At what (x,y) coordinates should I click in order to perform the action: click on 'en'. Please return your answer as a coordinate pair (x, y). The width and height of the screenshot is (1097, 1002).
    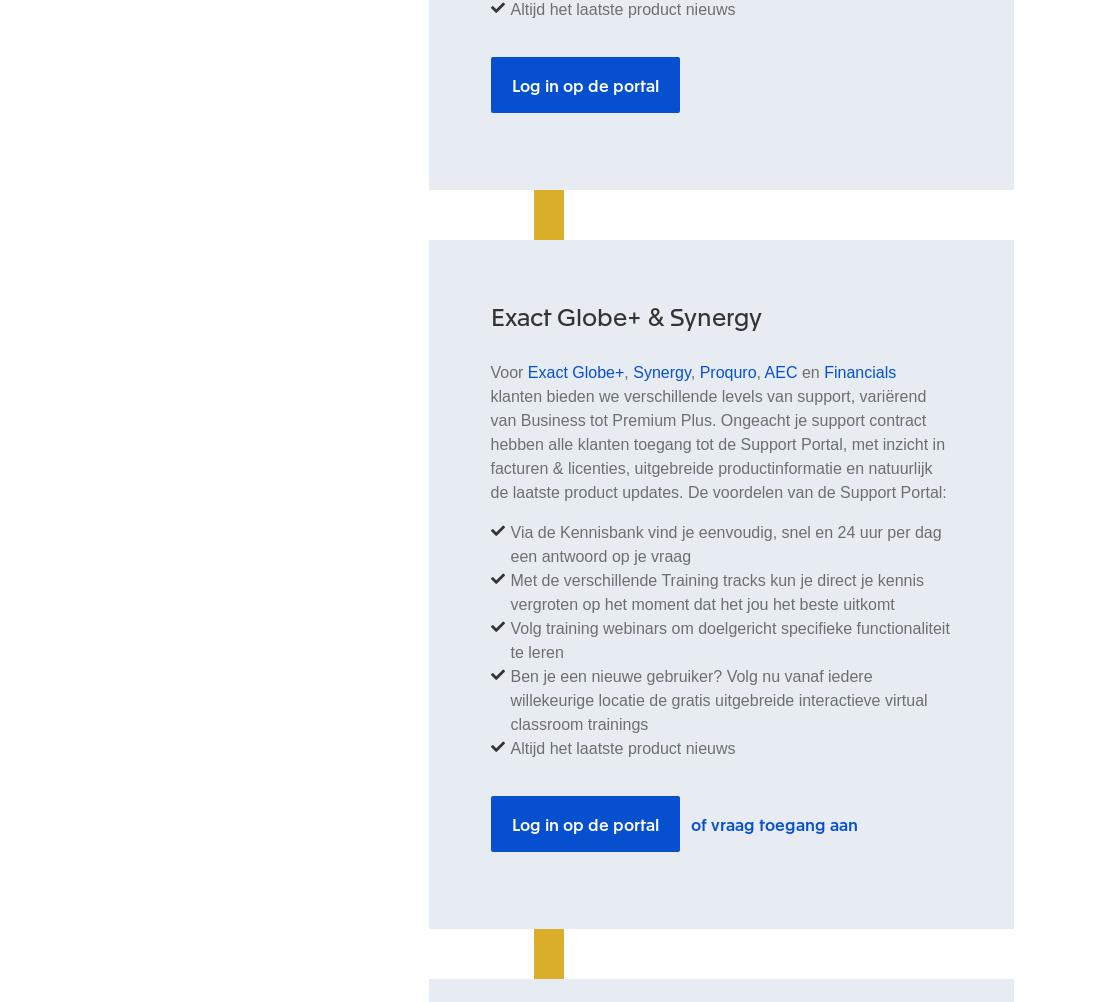
    Looking at the image, I should click on (810, 371).